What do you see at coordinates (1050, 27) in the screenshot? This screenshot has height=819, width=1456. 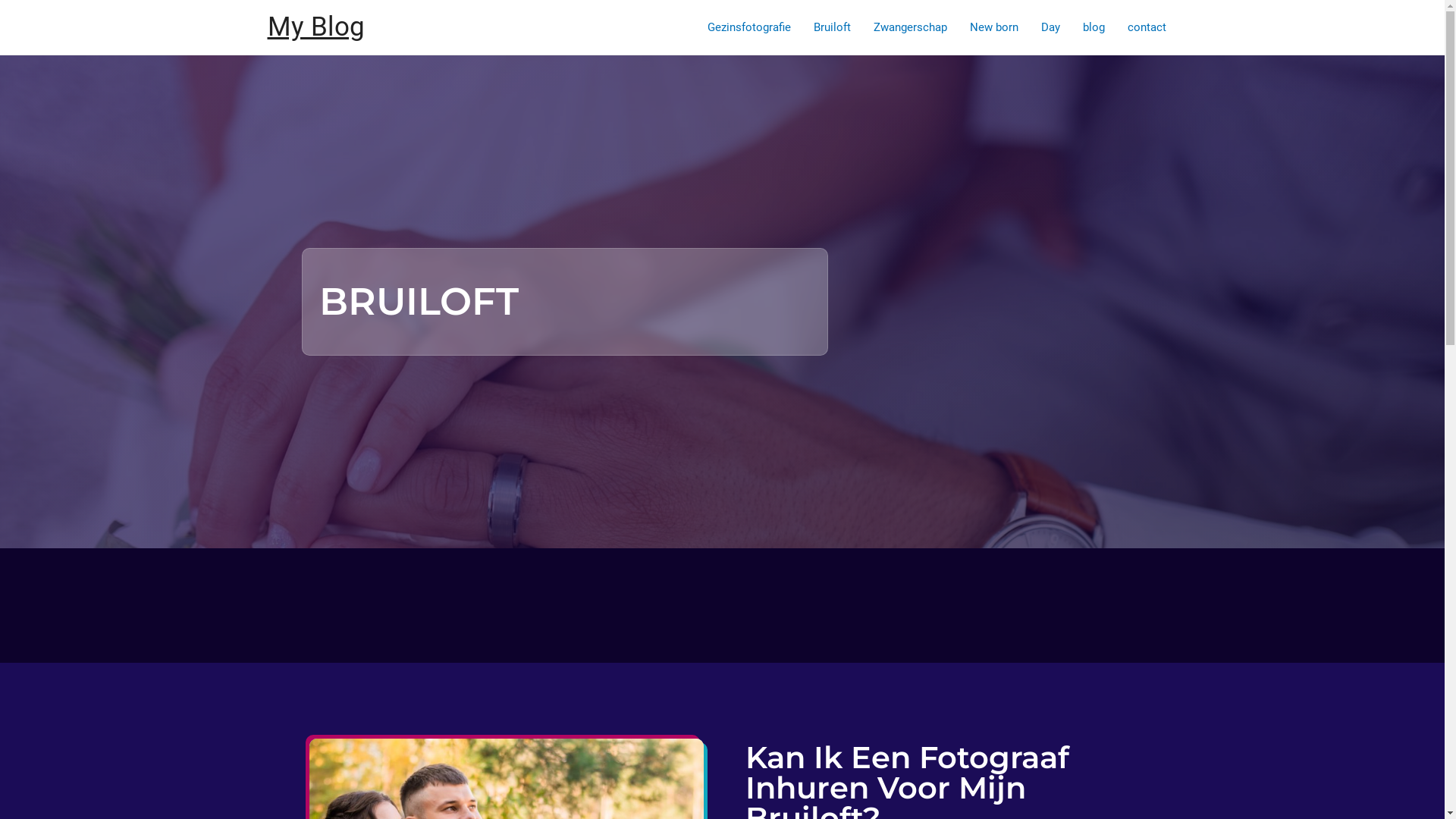 I see `'Day'` at bounding box center [1050, 27].